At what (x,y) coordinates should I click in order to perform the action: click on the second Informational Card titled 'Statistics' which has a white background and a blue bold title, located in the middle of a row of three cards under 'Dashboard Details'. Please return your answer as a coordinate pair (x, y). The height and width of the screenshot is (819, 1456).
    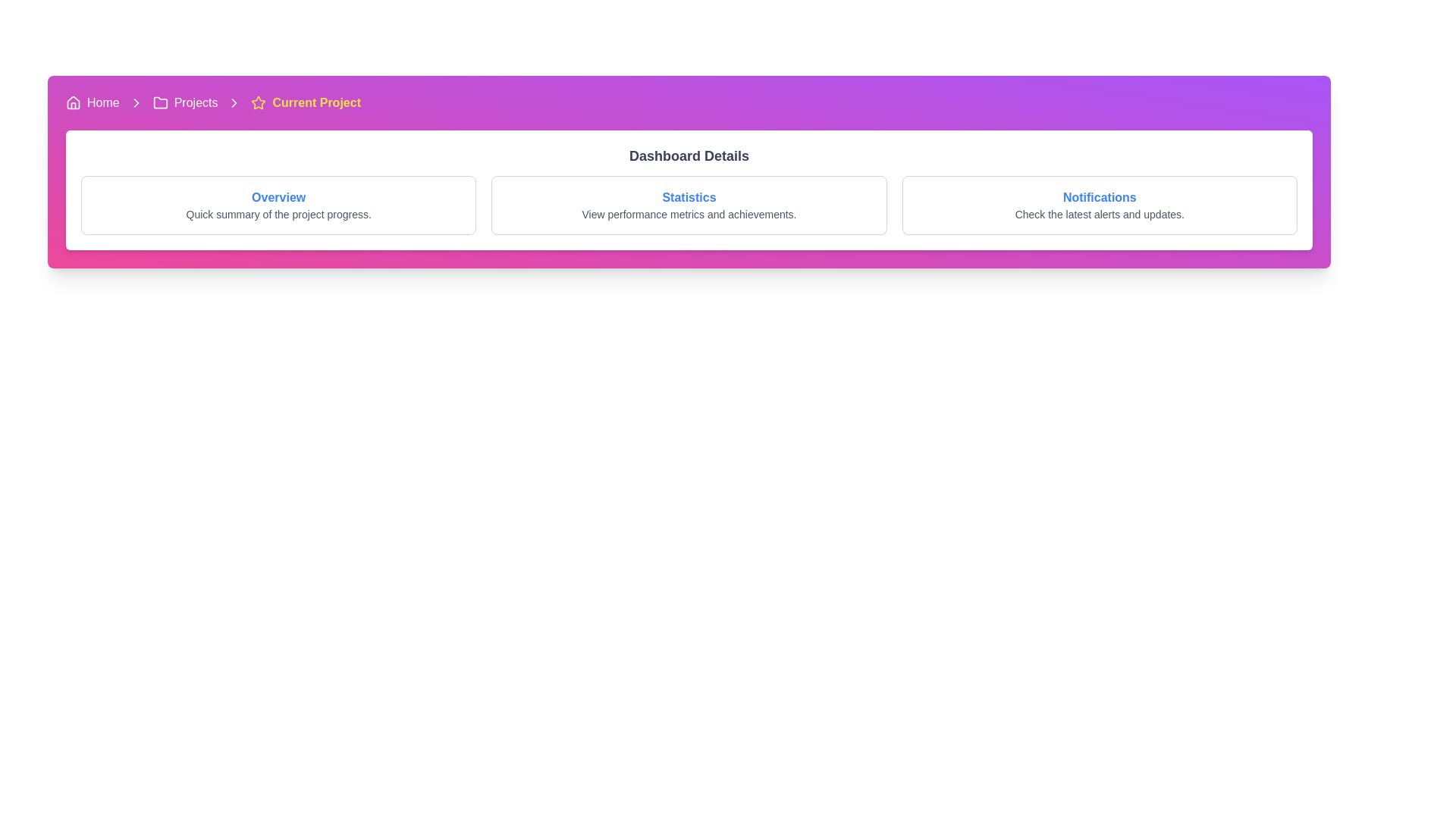
    Looking at the image, I should click on (688, 205).